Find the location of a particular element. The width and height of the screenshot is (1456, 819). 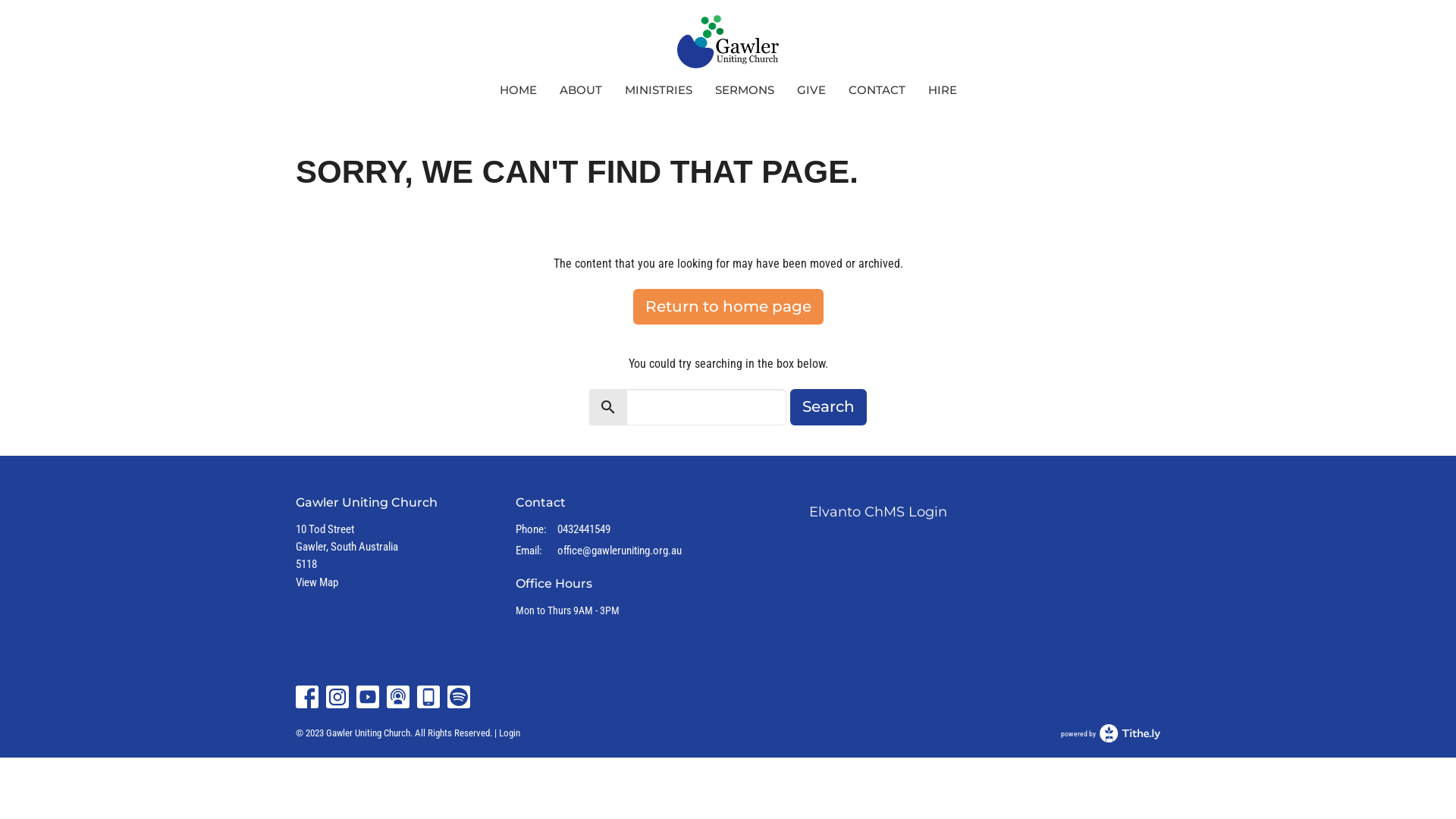

'office@gawleruniting.org.au' is located at coordinates (556, 551).